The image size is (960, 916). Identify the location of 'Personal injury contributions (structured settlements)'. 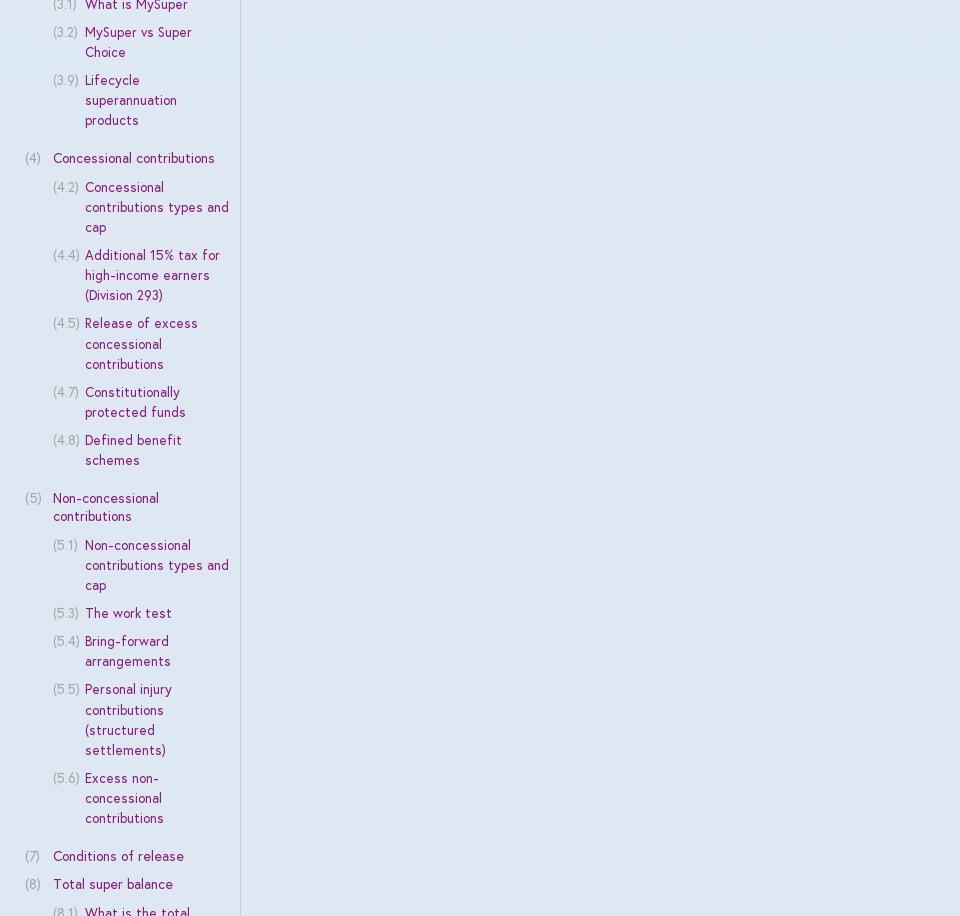
(126, 718).